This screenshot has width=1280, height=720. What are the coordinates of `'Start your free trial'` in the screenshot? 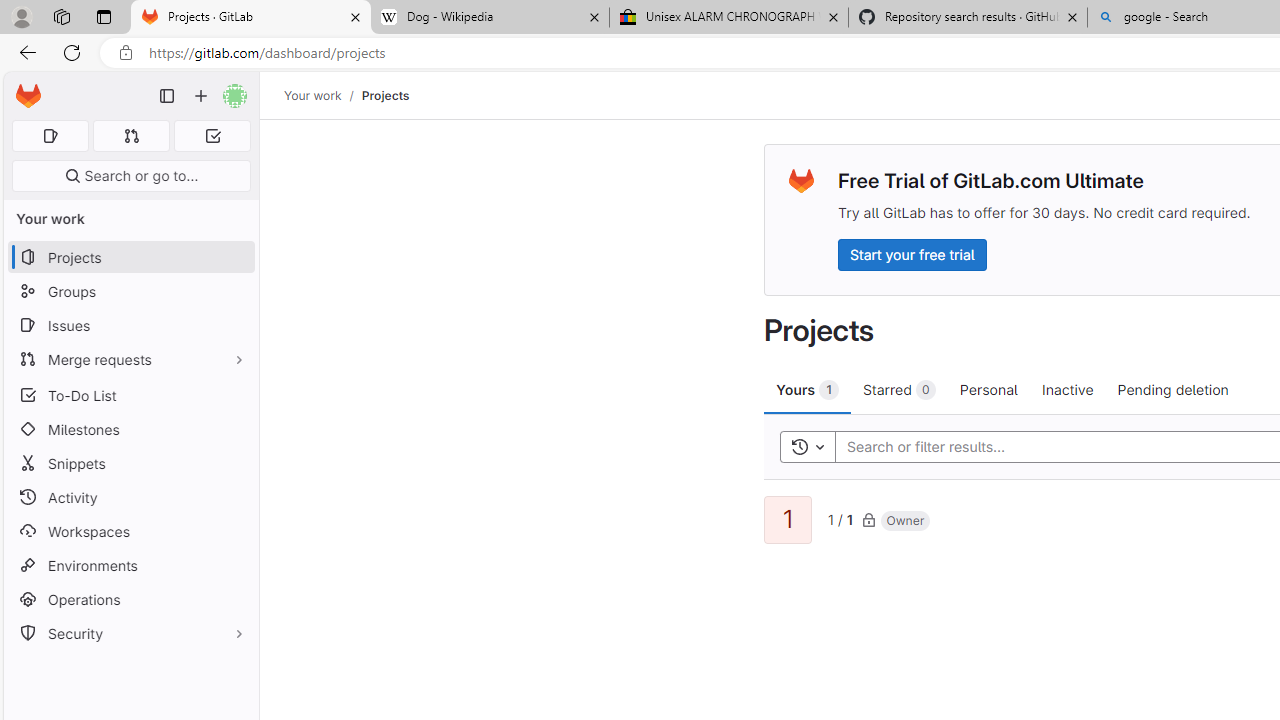 It's located at (911, 253).